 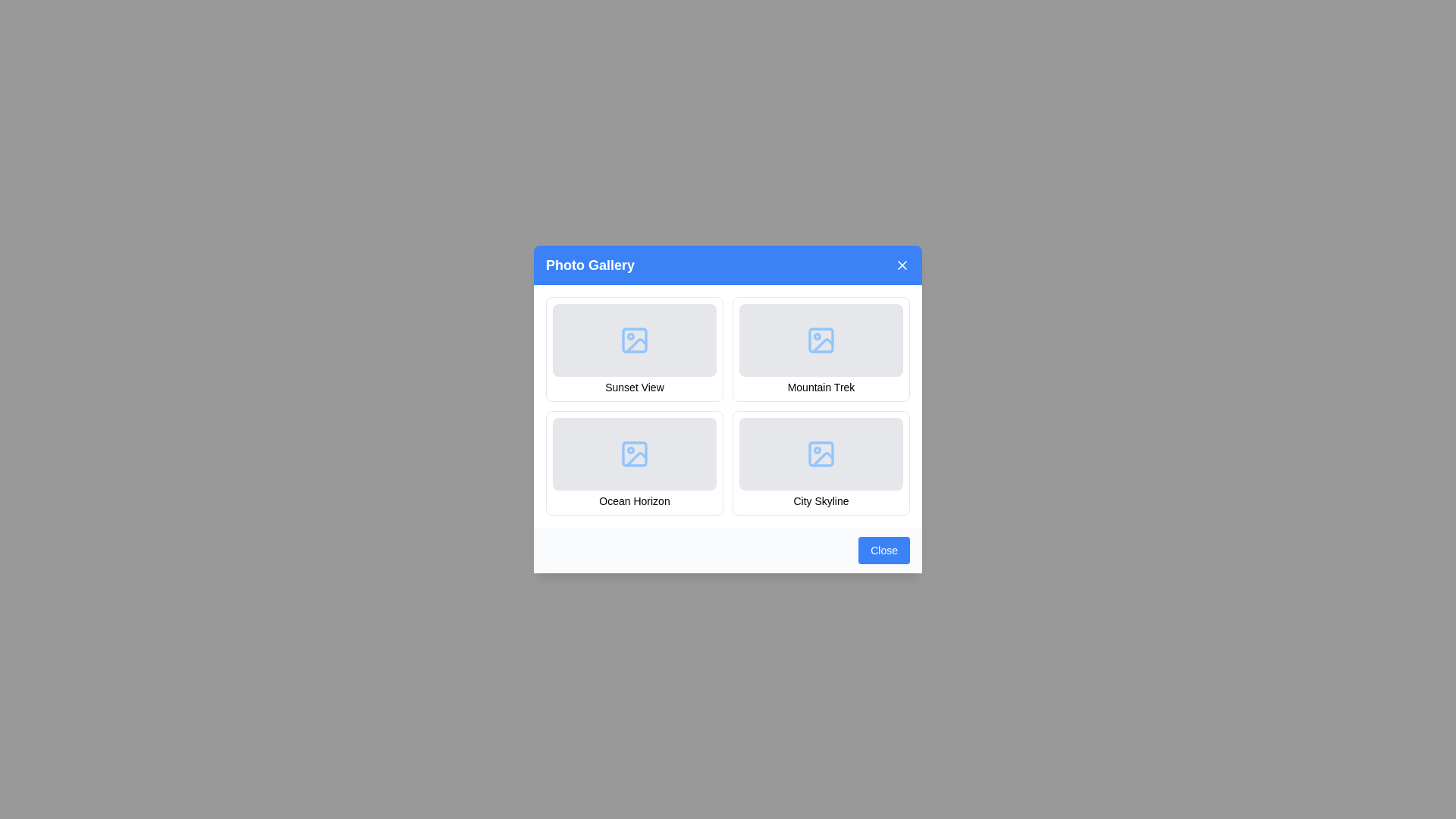 I want to click on the static text label that provides contextual information about the associated photo preview, located in the bottom-left slot of the photo preview grid, so click(x=634, y=500).